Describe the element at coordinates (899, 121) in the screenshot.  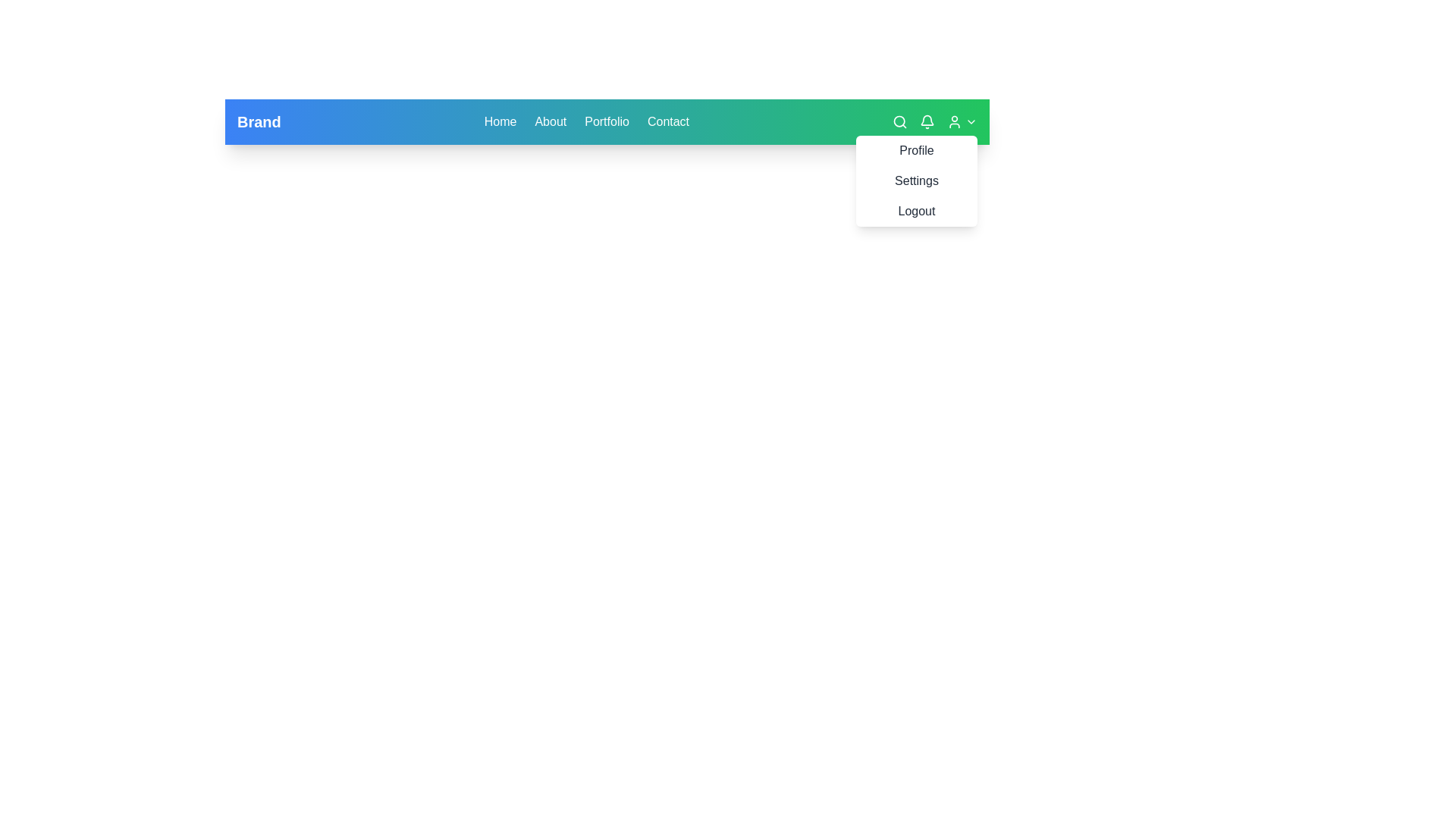
I see `the circular search icon resembling a magnifying glass located in the toolbar at the top of the interface to initiate a search` at that location.